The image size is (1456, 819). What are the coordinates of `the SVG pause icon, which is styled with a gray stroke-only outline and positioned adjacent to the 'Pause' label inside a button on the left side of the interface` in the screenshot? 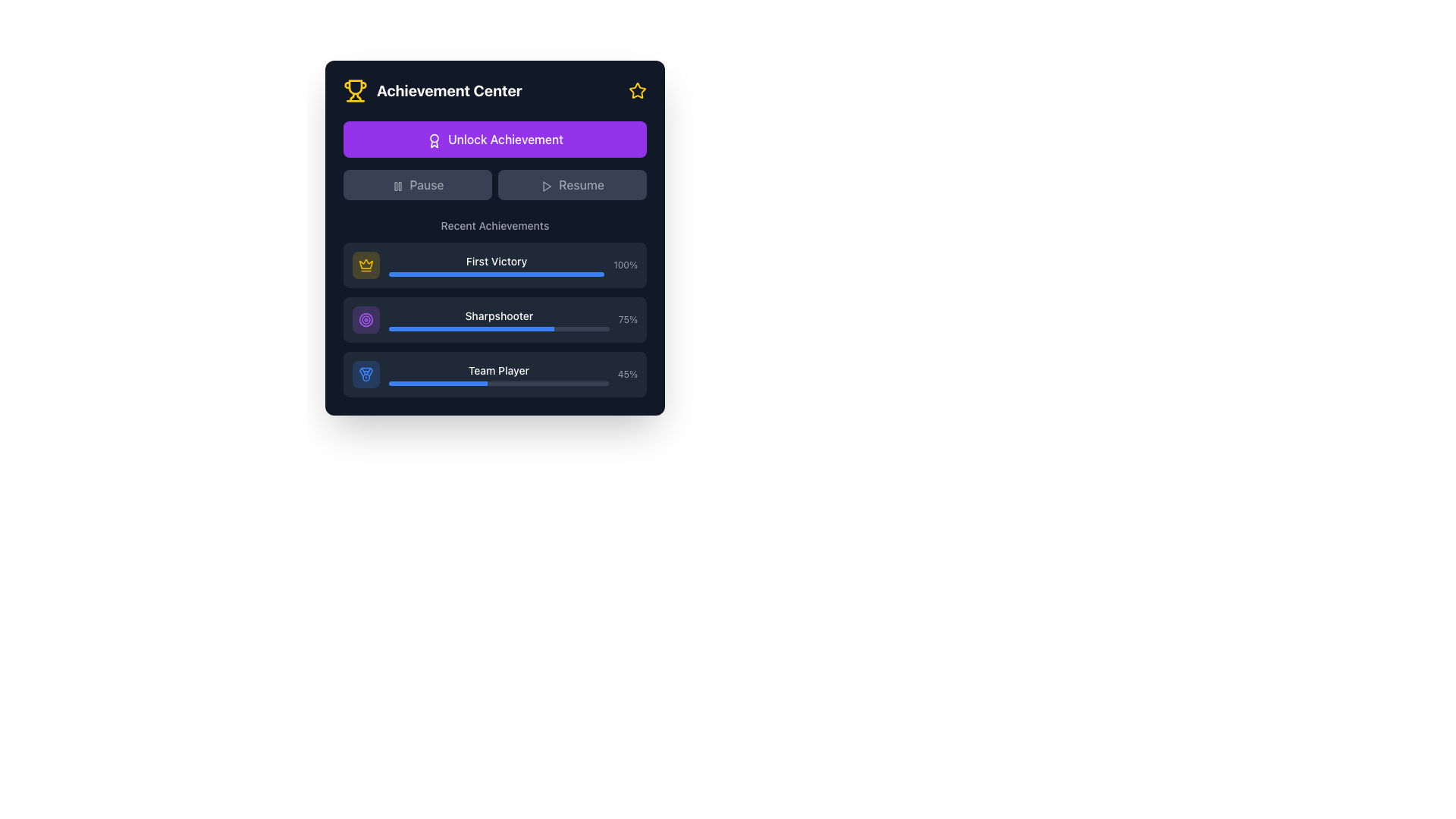 It's located at (397, 185).